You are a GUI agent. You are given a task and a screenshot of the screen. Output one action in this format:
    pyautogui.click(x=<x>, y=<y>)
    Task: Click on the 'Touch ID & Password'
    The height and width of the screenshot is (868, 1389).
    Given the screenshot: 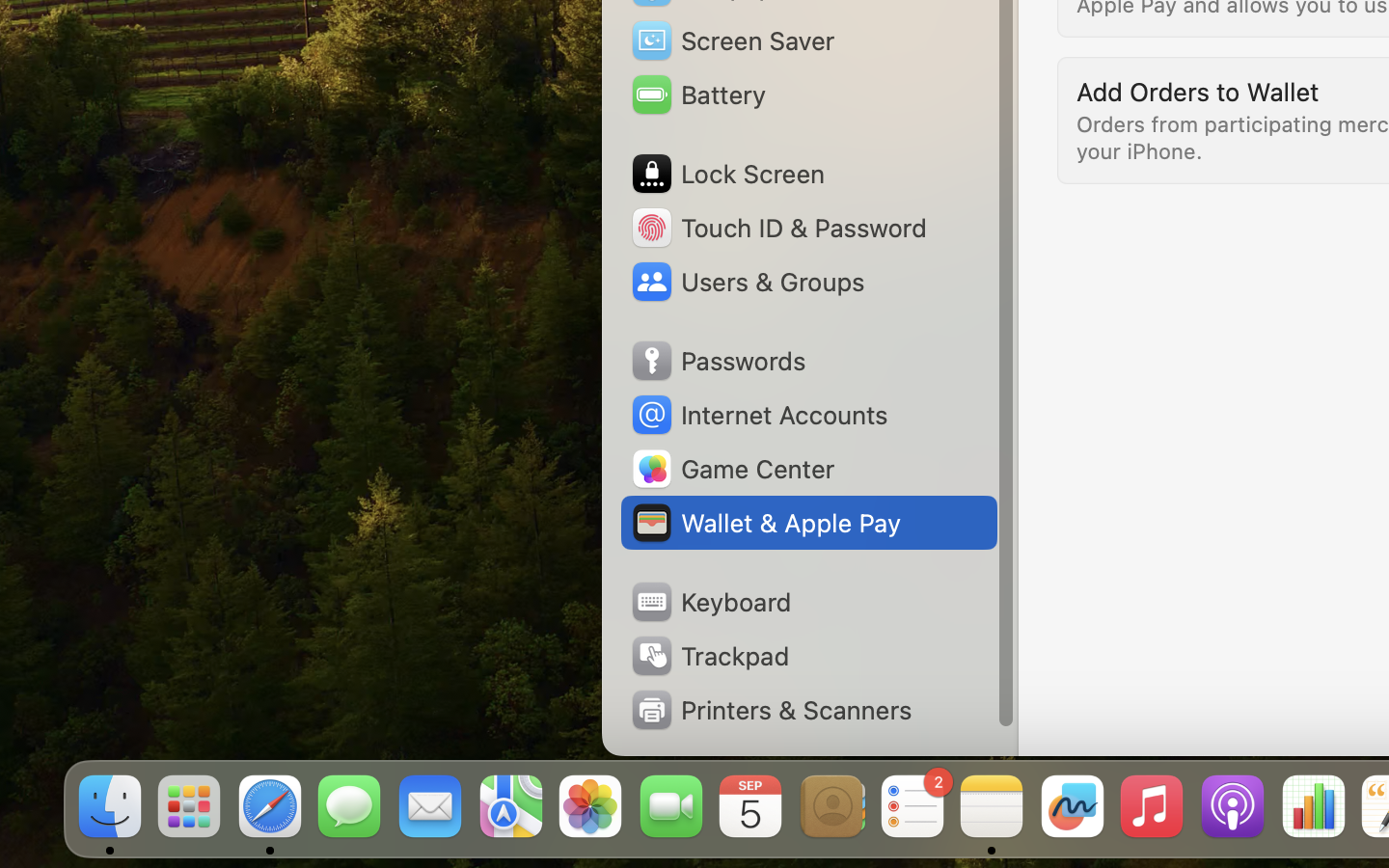 What is the action you would take?
    pyautogui.click(x=777, y=226)
    